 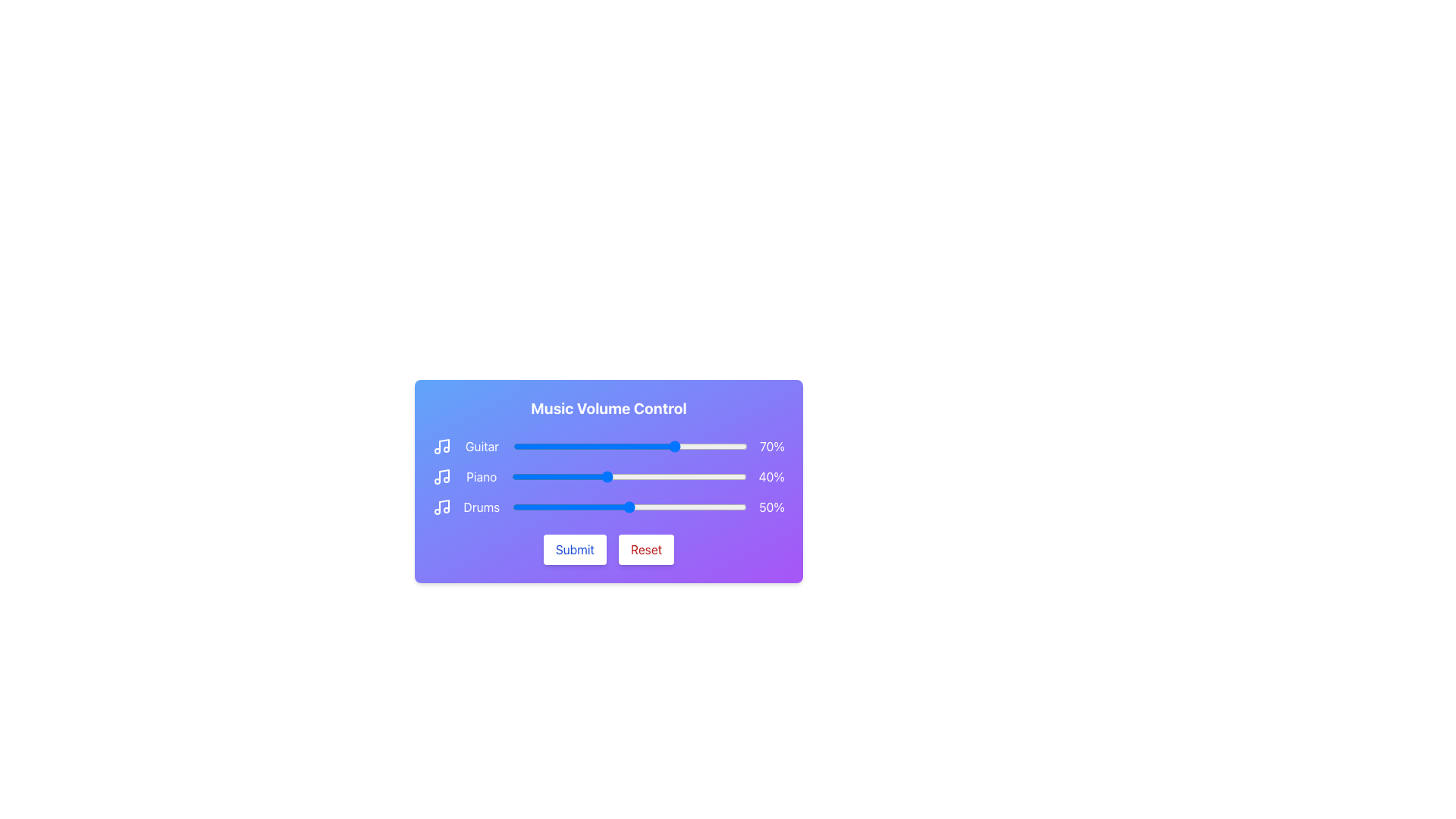 I want to click on the Piano slider, so click(x=565, y=475).